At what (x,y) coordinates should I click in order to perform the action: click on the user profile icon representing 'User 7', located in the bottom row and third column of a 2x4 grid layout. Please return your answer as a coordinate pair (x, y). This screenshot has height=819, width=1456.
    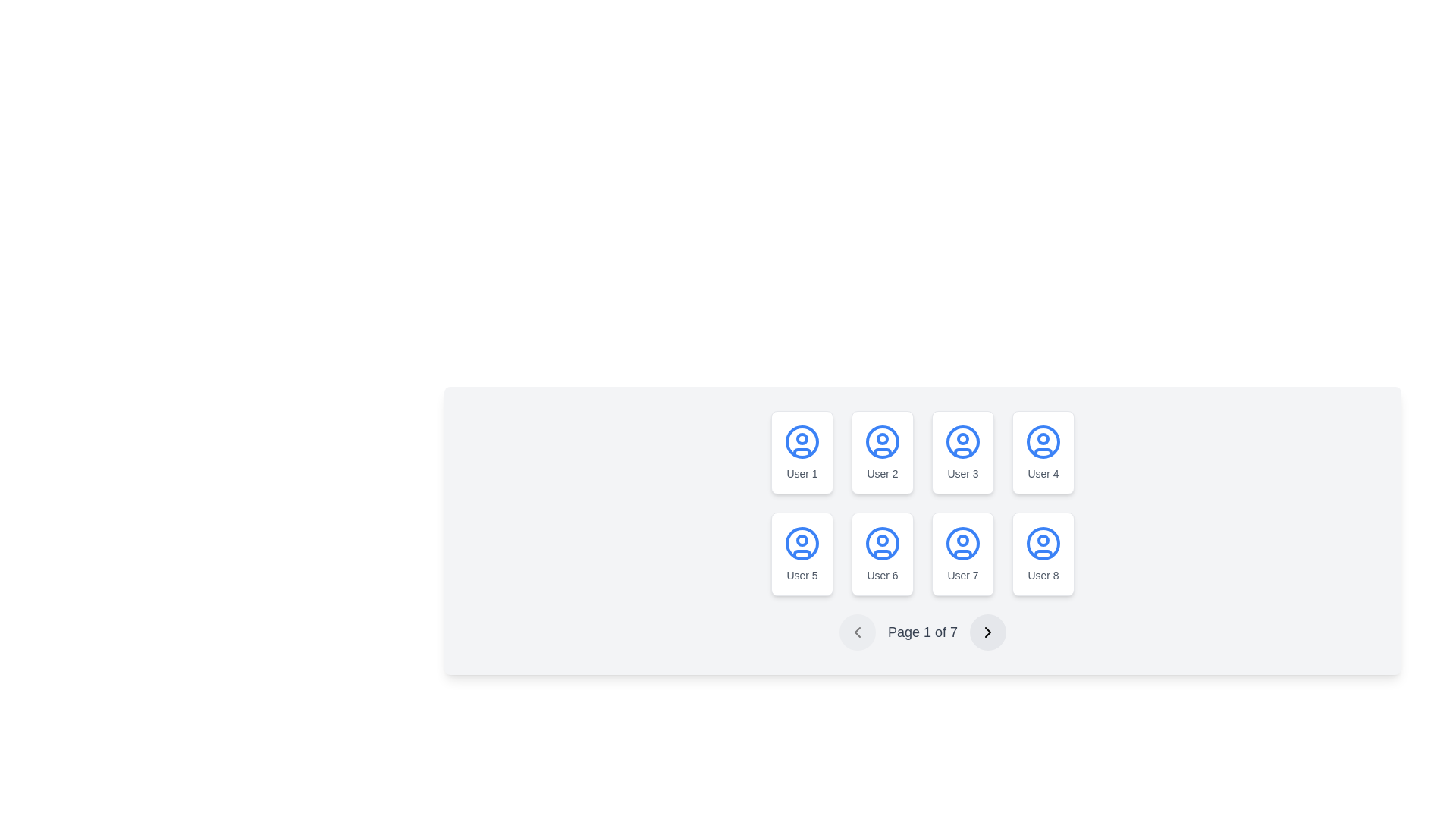
    Looking at the image, I should click on (962, 543).